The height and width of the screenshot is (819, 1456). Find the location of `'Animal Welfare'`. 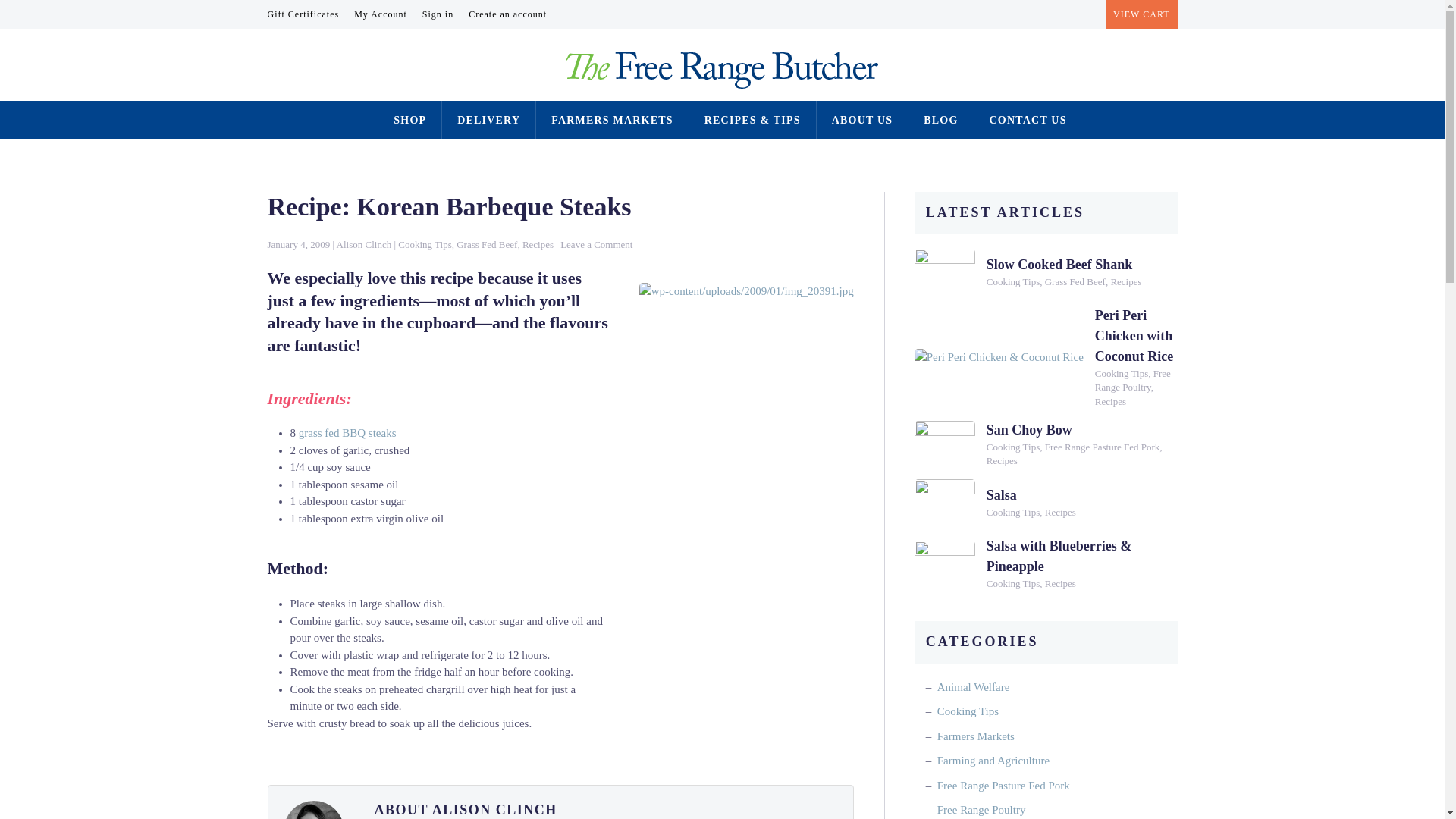

'Animal Welfare' is located at coordinates (973, 687).